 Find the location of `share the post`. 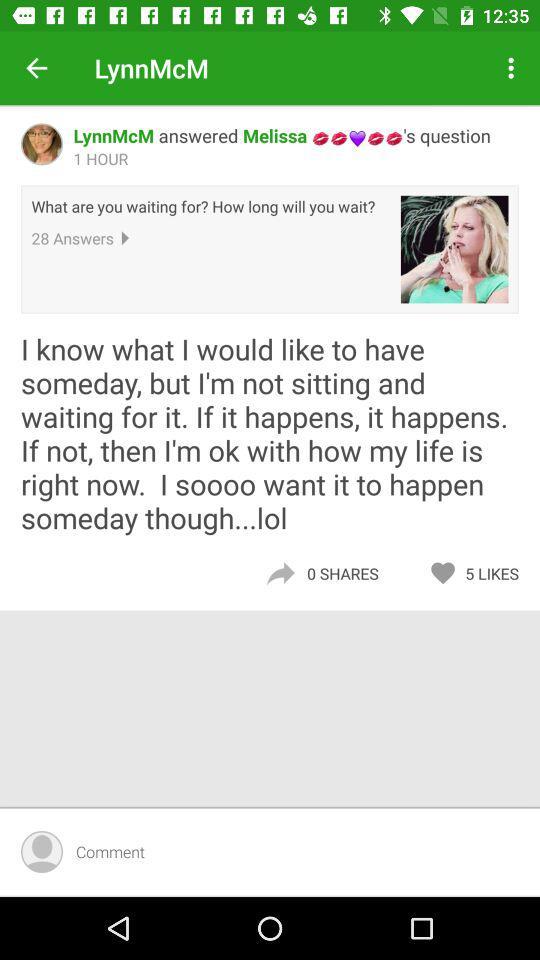

share the post is located at coordinates (279, 573).